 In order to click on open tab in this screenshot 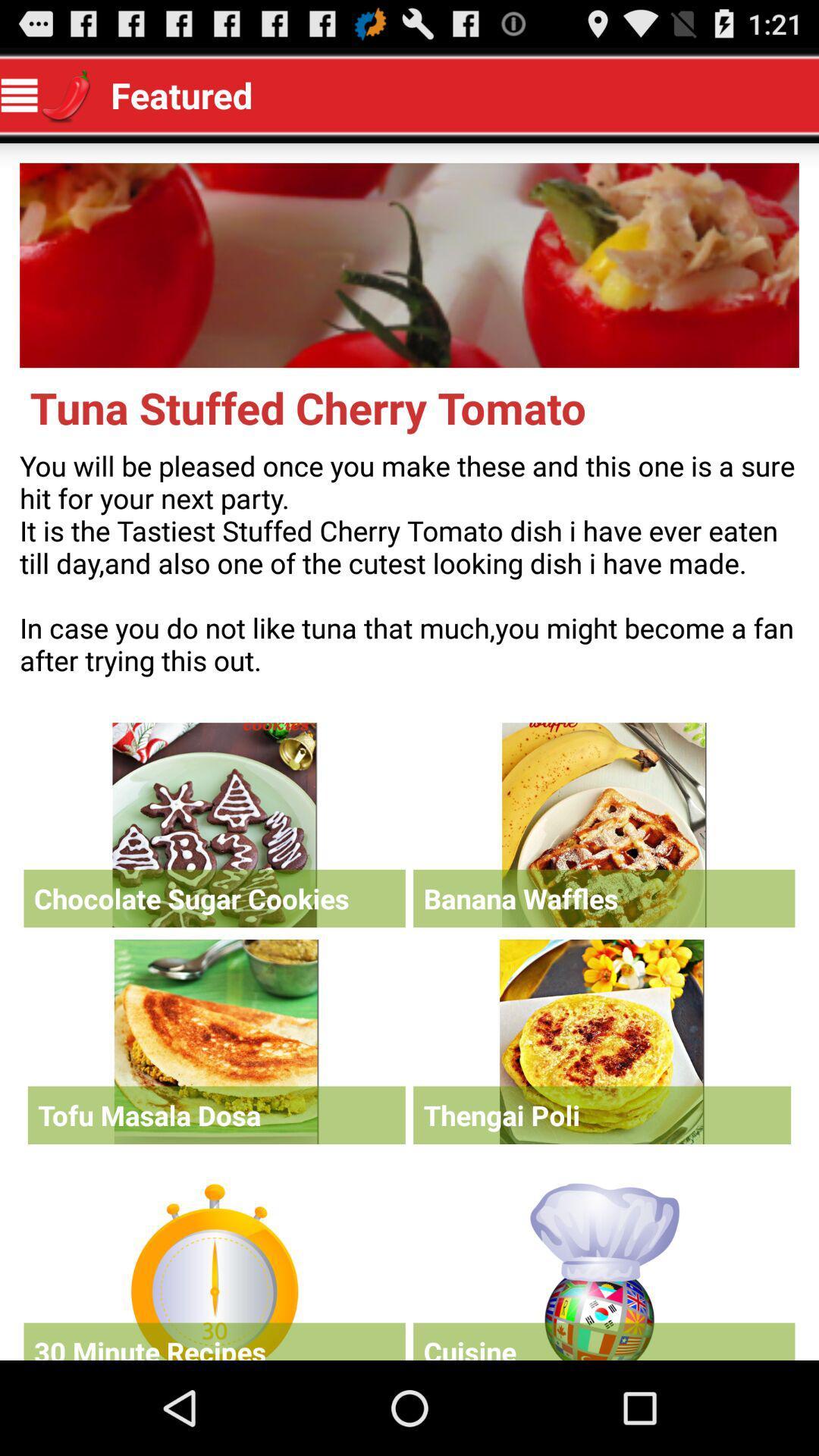, I will do `click(603, 1268)`.